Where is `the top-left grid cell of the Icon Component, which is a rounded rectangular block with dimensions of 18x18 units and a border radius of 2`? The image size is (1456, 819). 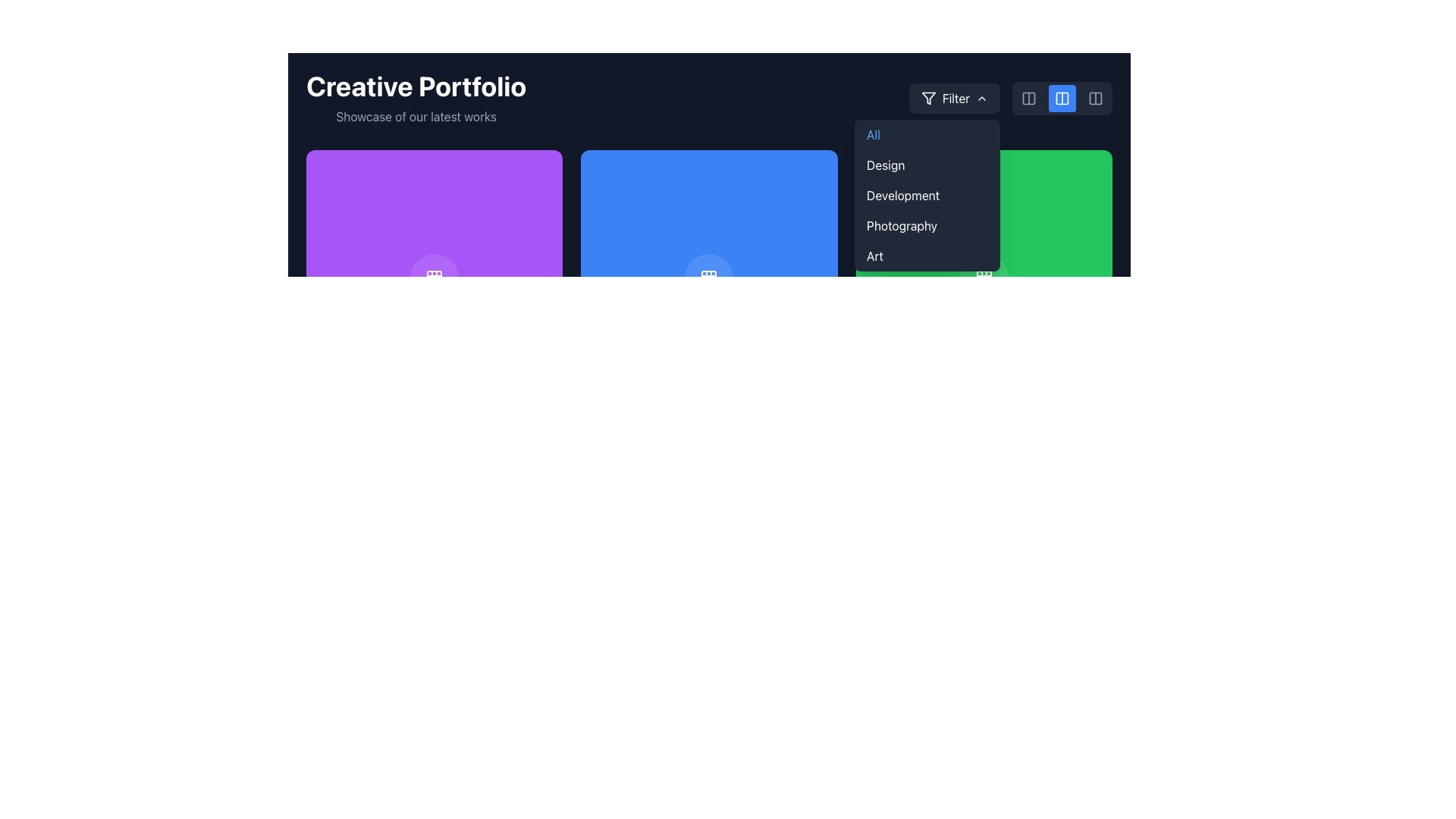
the top-left grid cell of the Icon Component, which is a rounded rectangular block with dimensions of 18x18 units and a border radius of 2 is located at coordinates (434, 278).